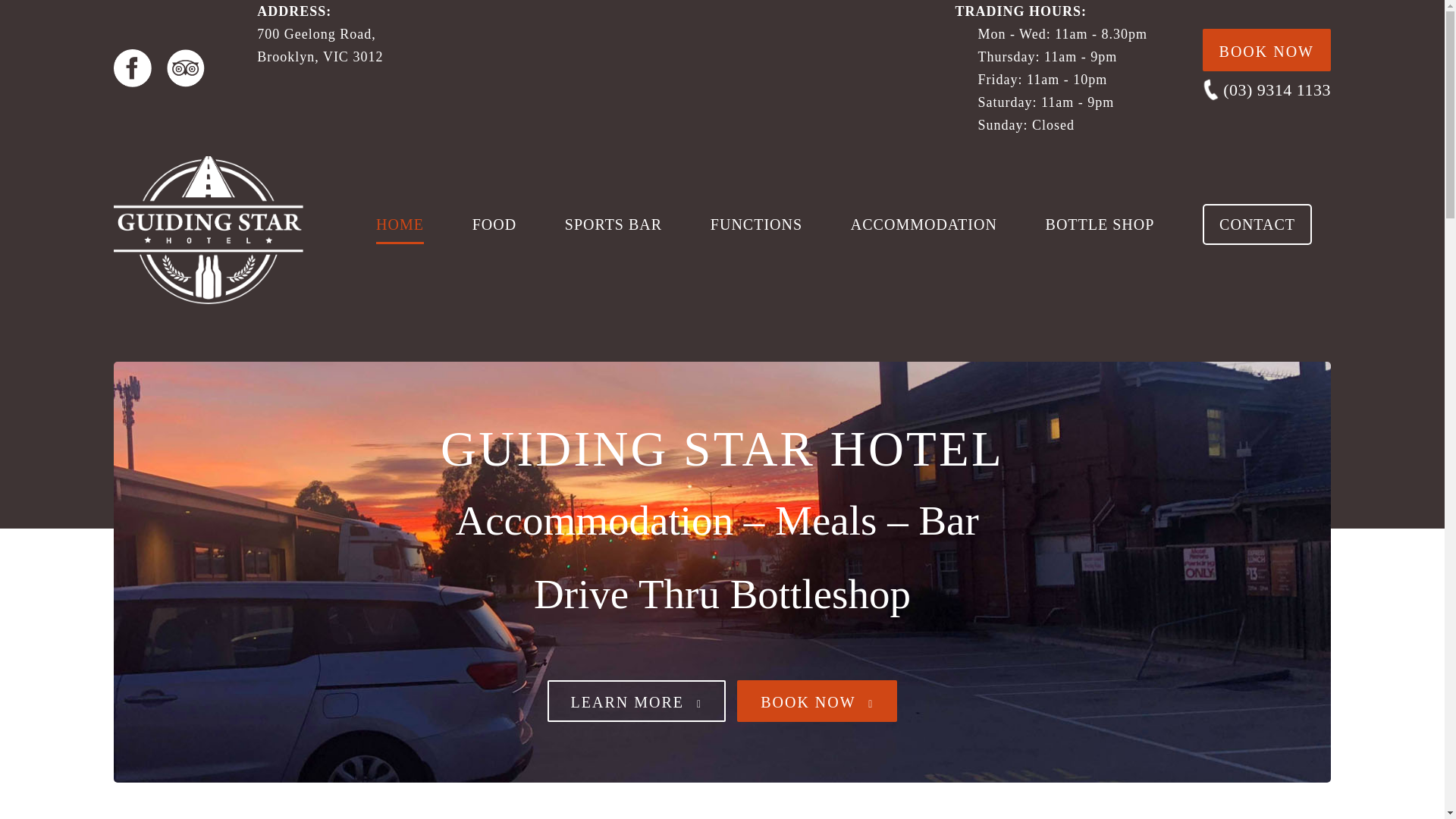 The image size is (1456, 819). What do you see at coordinates (563, 224) in the screenshot?
I see `'SPORTS BAR'` at bounding box center [563, 224].